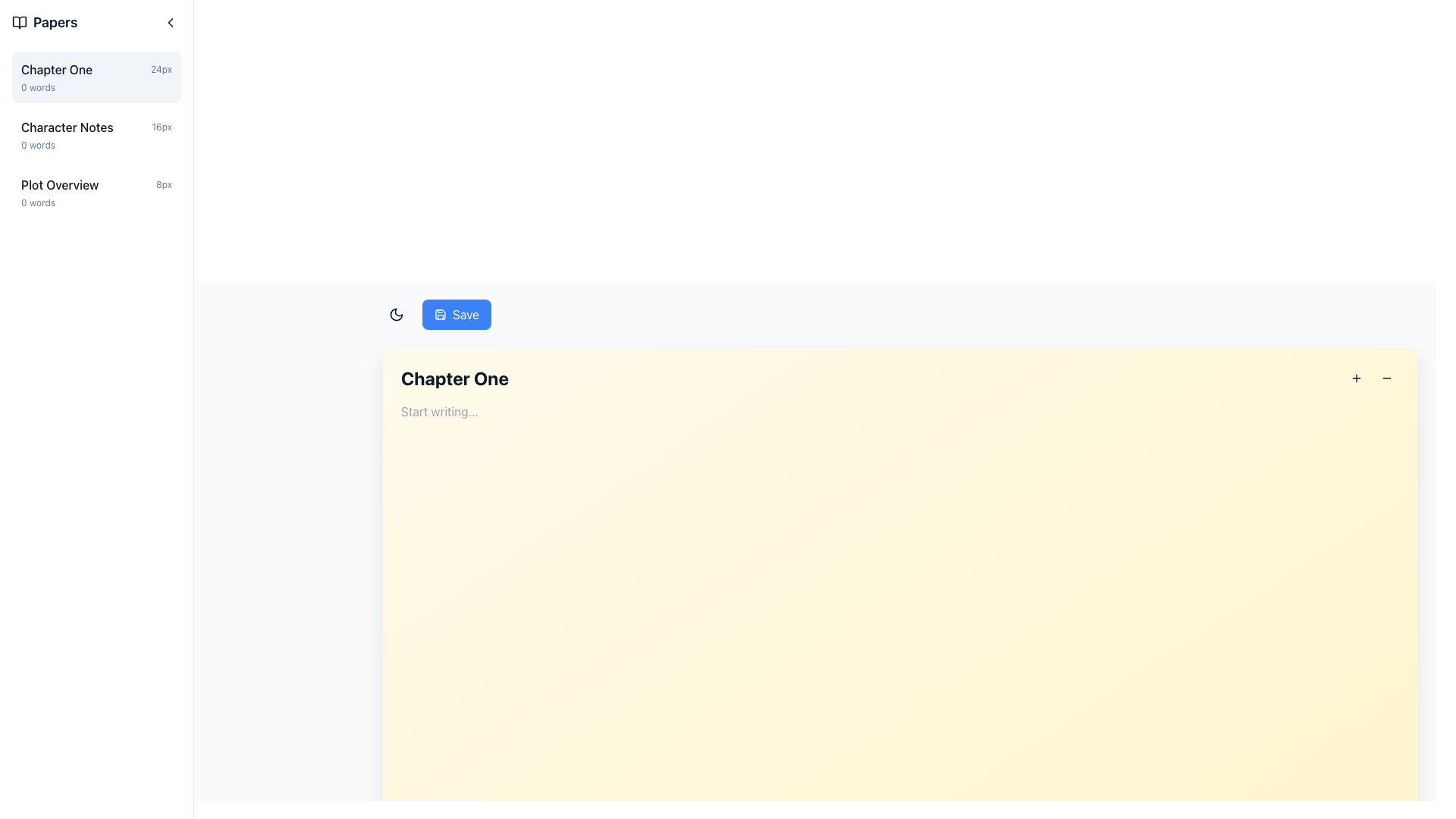  What do you see at coordinates (57, 70) in the screenshot?
I see `the text label displaying 'Chapter One' in the left sidebar, which is the first item in the list of chapters` at bounding box center [57, 70].